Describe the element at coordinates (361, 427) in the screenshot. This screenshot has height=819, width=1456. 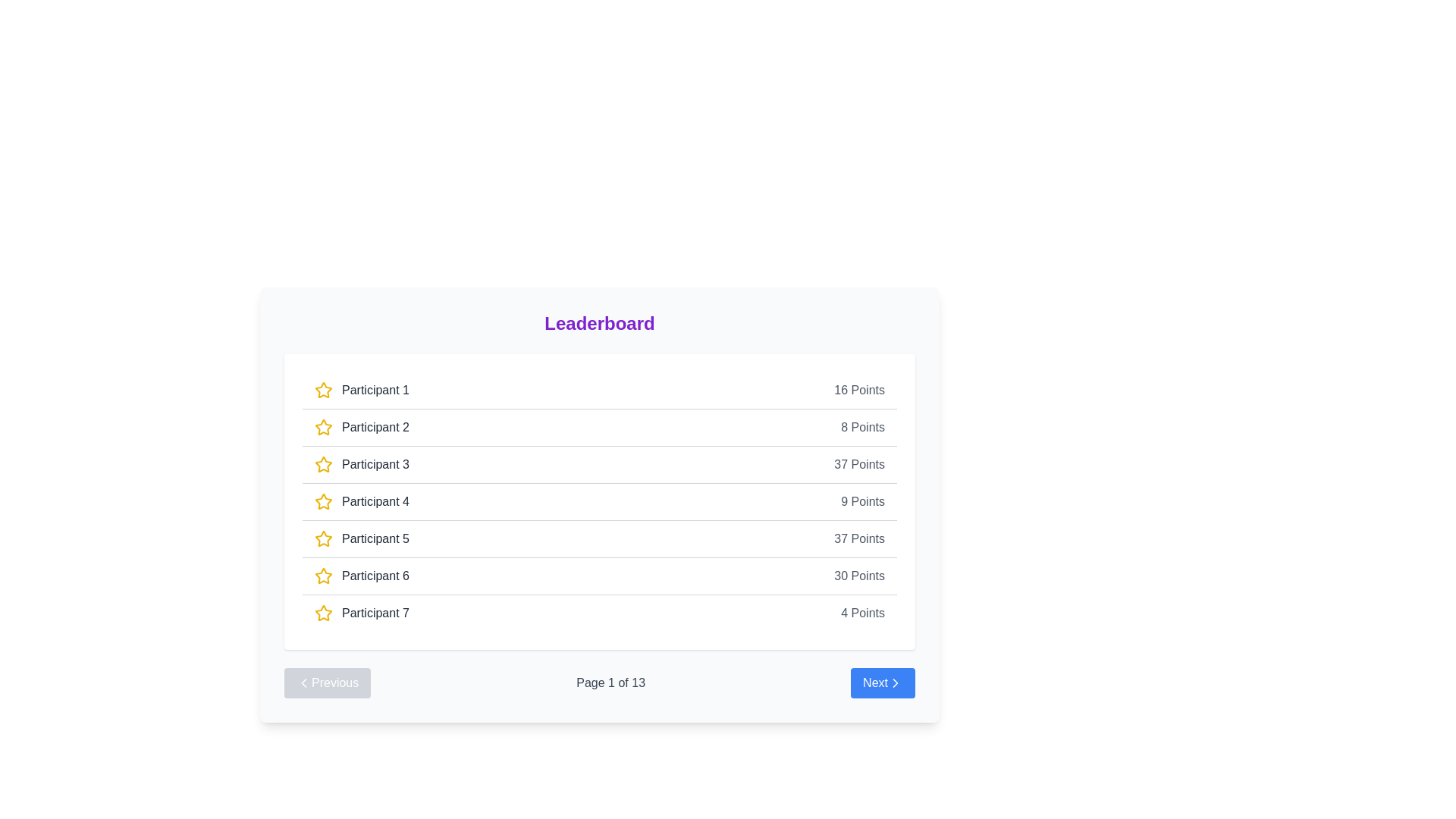
I see `text displayed in the Text Label that shows 'Participant 2', which is part of the leaderboard interface and positioned below 'Participant 1'` at that location.